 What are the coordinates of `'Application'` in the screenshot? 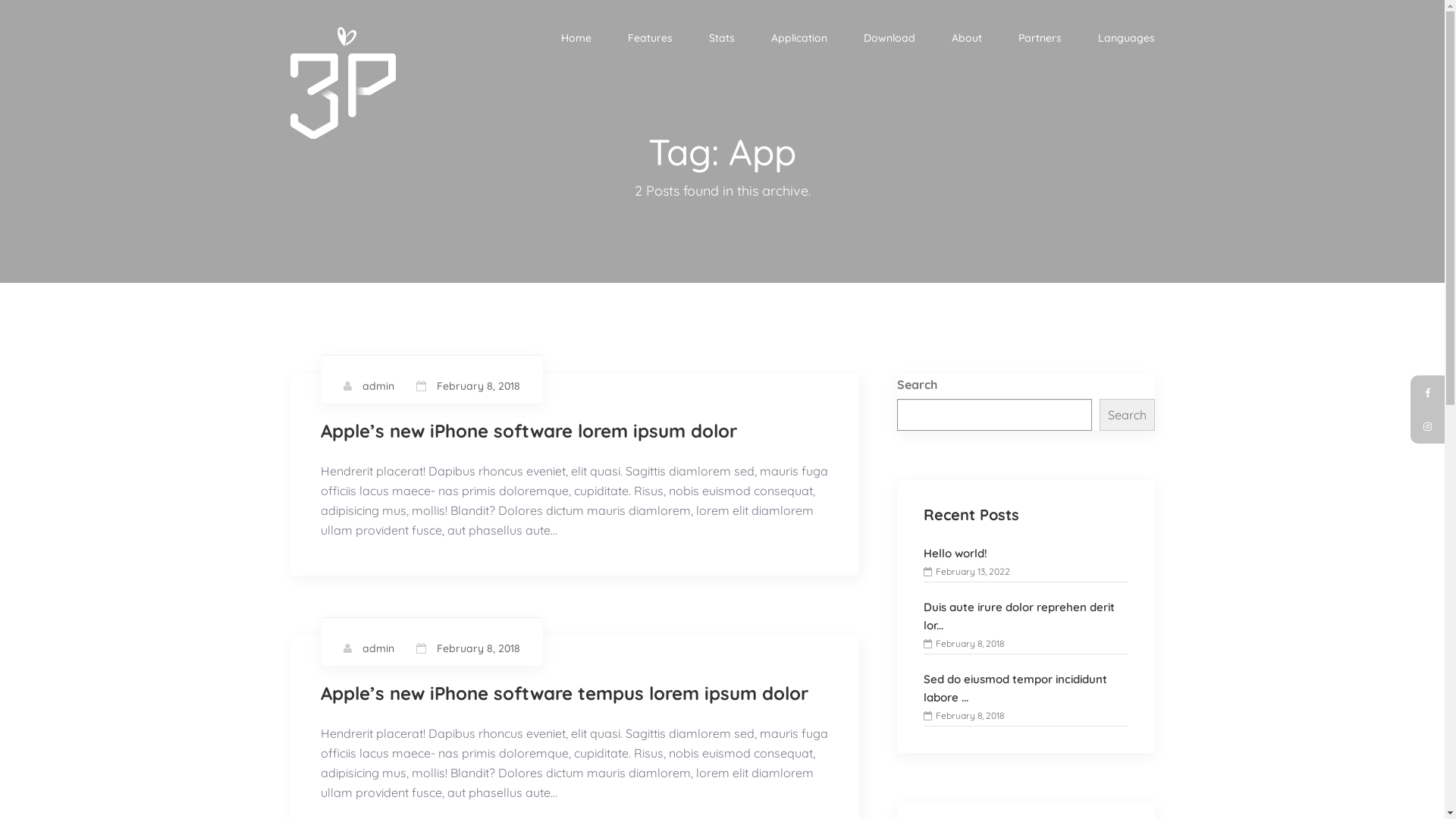 It's located at (797, 37).